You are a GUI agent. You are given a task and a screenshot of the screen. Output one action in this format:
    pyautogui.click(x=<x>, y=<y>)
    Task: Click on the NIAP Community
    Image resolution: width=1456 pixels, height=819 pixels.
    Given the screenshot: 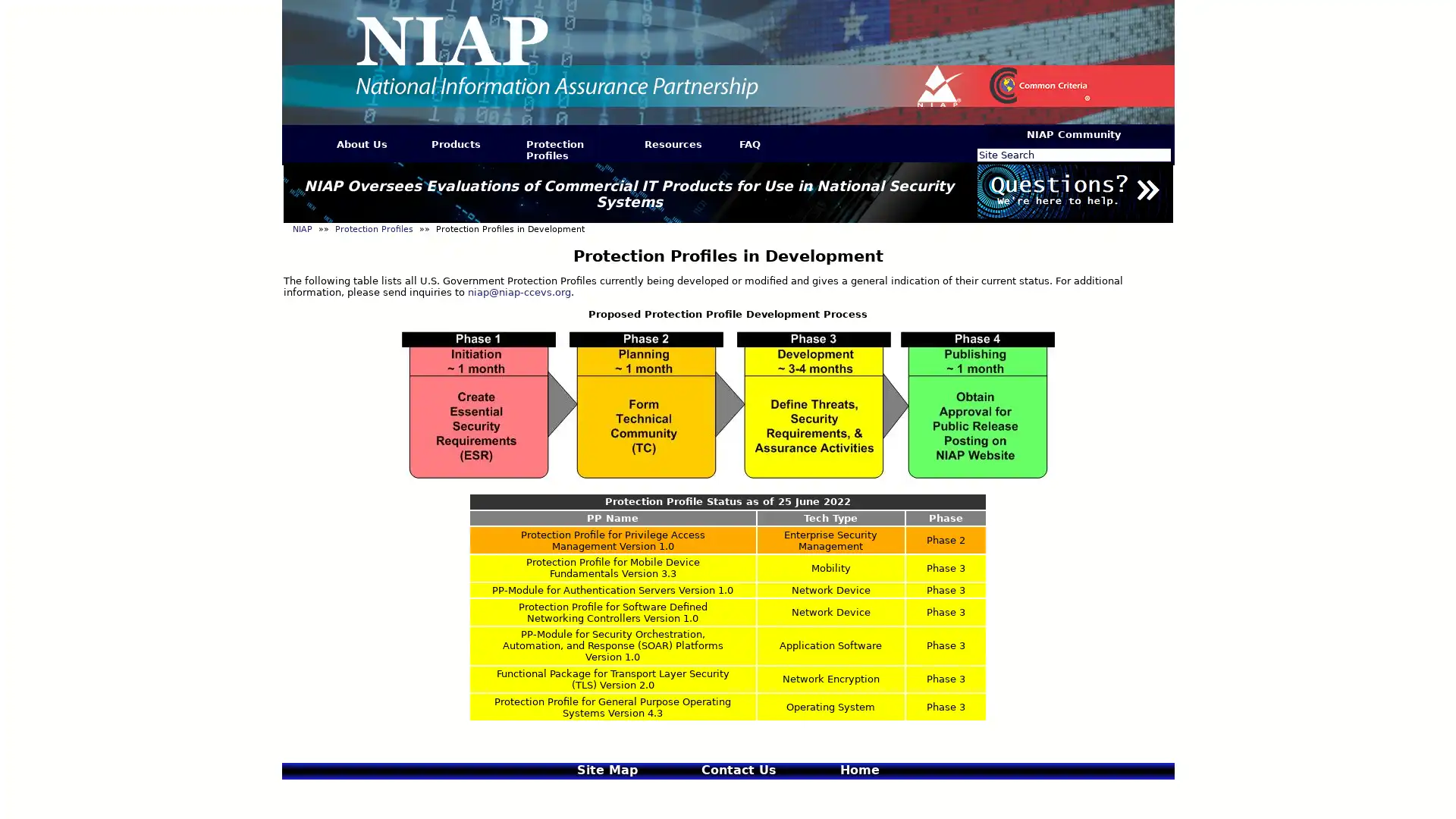 What is the action you would take?
    pyautogui.click(x=1078, y=133)
    